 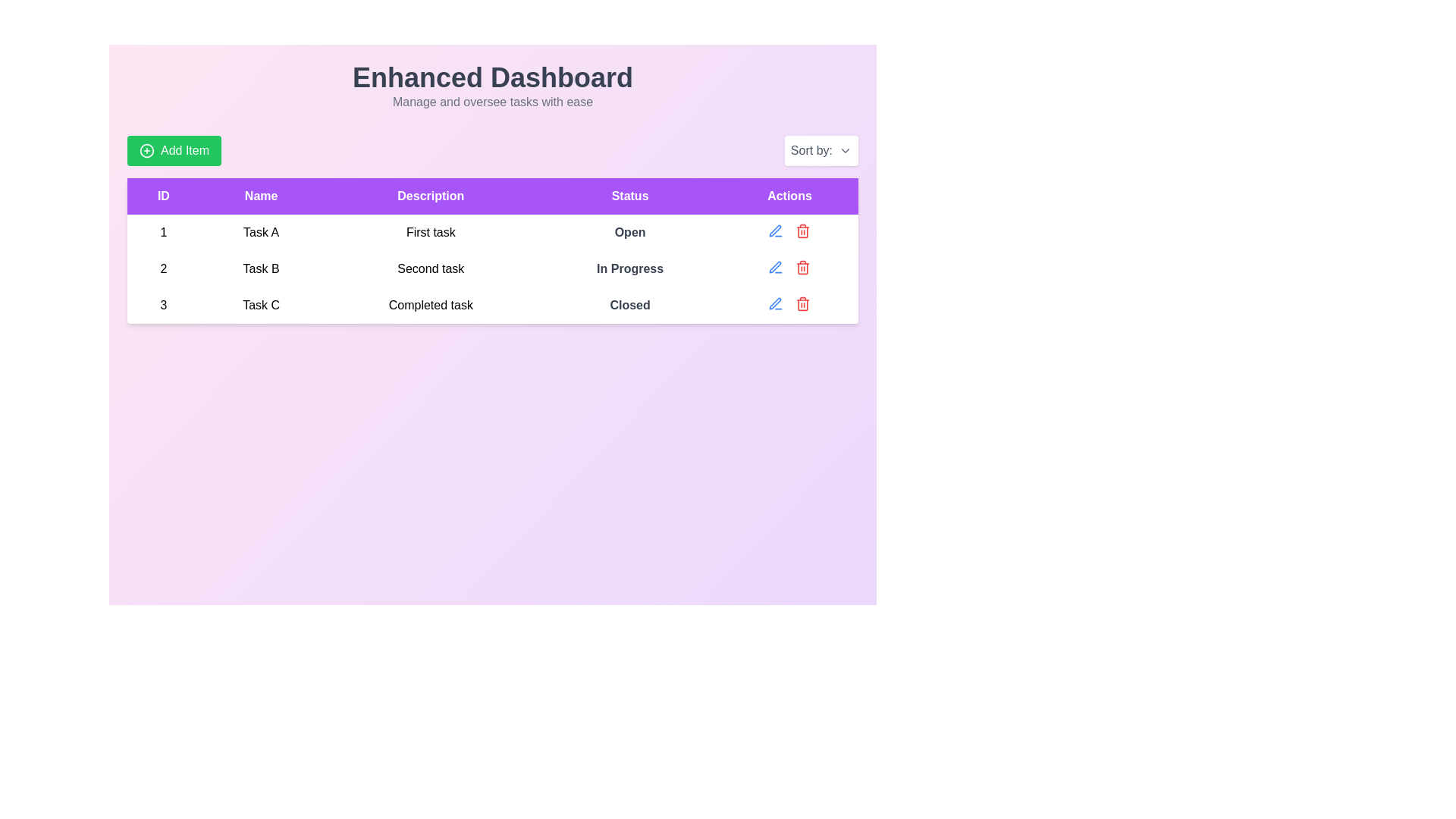 What do you see at coordinates (802, 231) in the screenshot?
I see `the red trashcan icon button located in the Actions column of the second icon in the third row of the table` at bounding box center [802, 231].